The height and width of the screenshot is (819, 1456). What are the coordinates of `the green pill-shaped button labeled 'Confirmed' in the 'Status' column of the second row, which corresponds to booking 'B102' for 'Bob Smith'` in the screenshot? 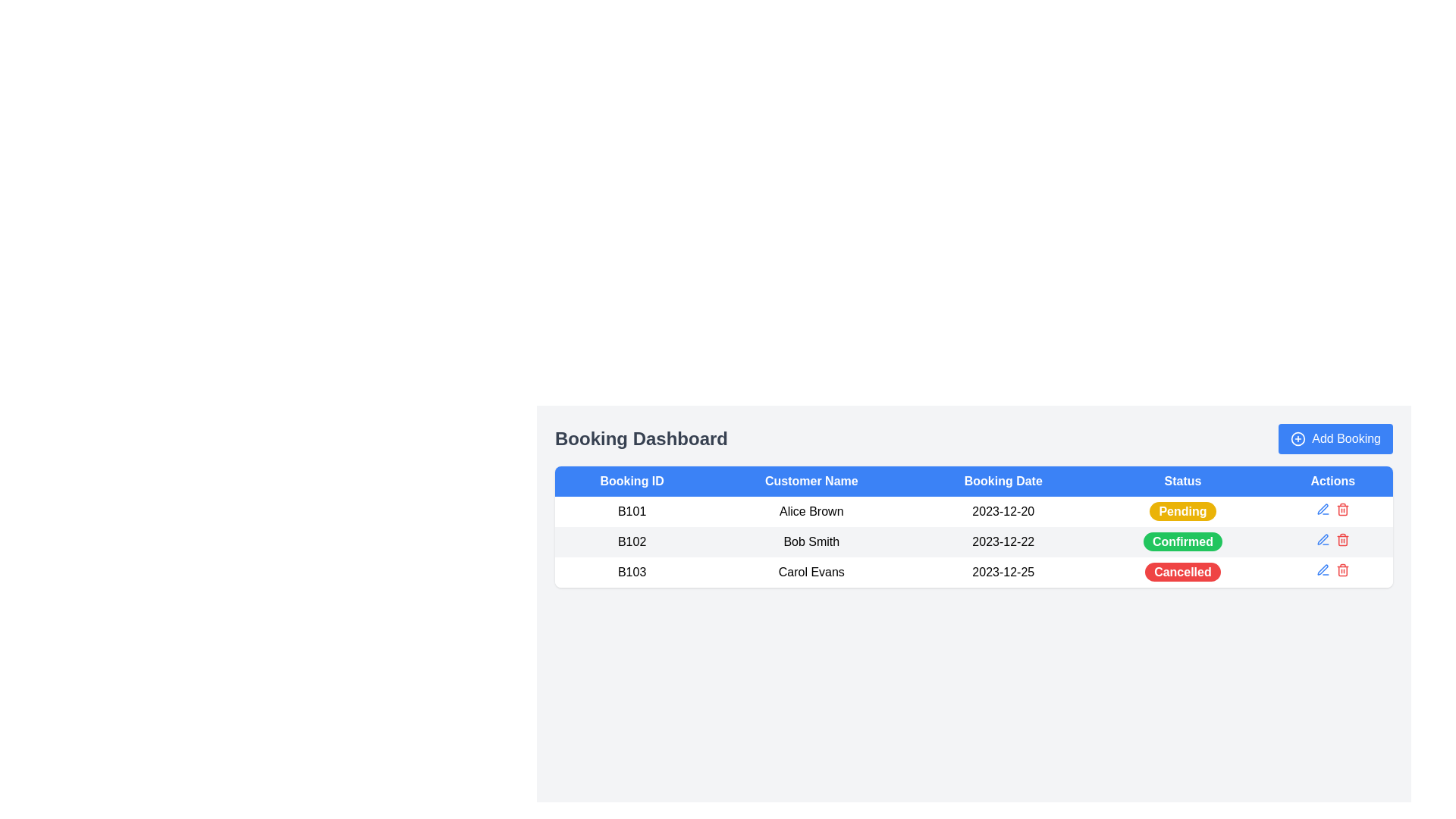 It's located at (1182, 541).